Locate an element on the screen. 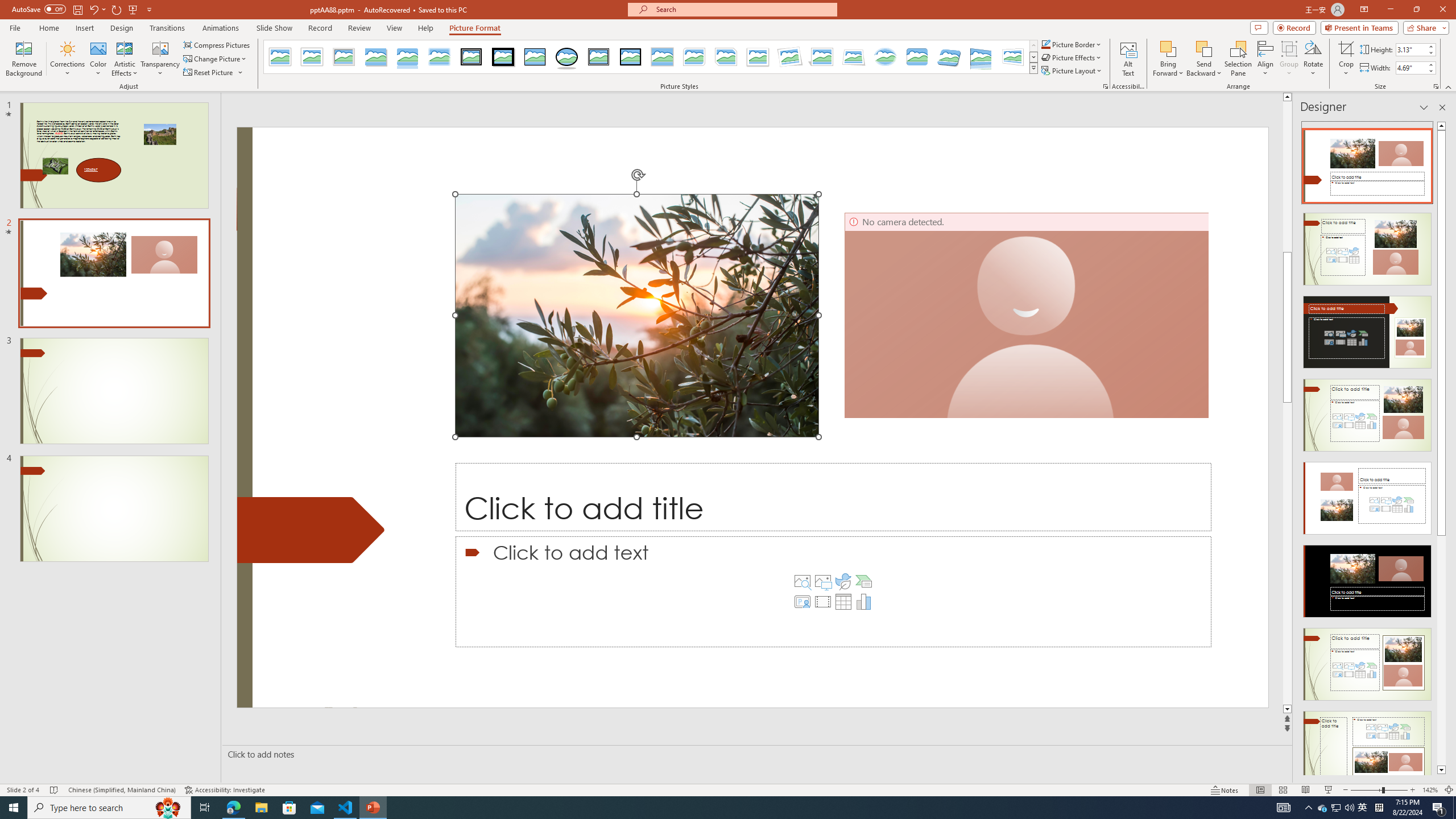 Image resolution: width=1456 pixels, height=819 pixels. 'Compress Pictures...' is located at coordinates (217, 44).